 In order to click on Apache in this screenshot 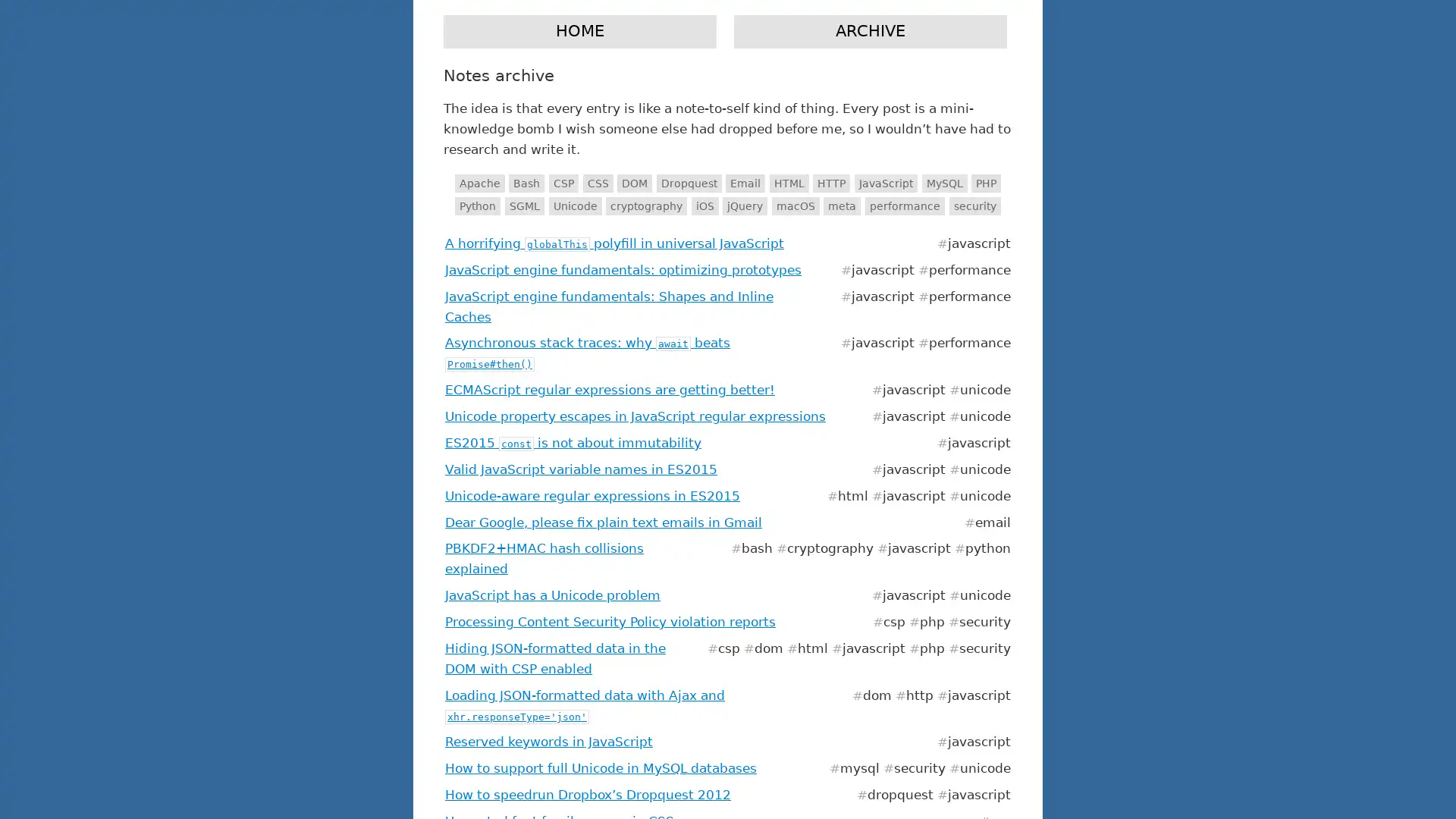, I will do `click(479, 183)`.